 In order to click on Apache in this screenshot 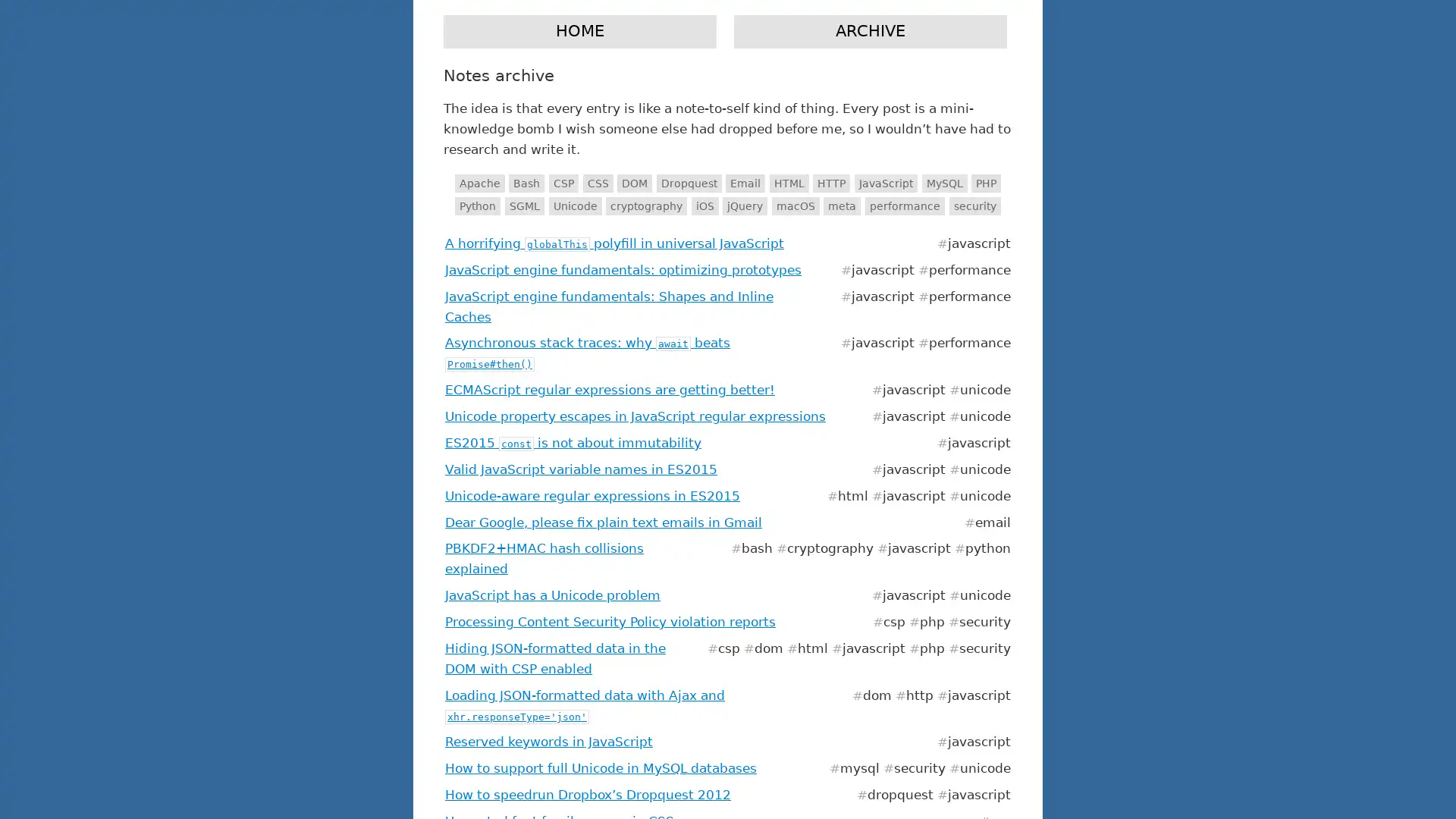, I will do `click(479, 183)`.